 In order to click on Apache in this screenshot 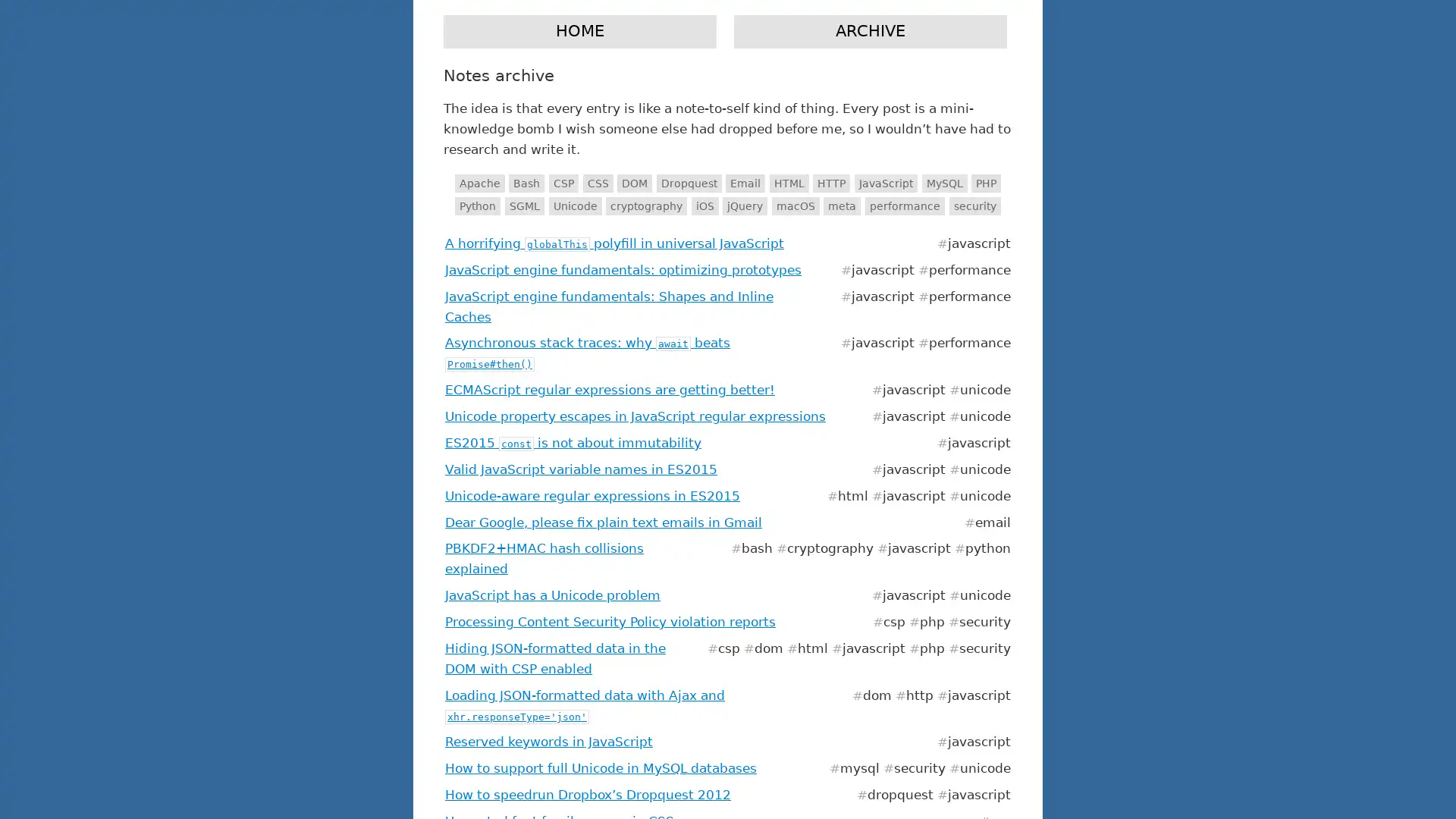, I will do `click(479, 183)`.